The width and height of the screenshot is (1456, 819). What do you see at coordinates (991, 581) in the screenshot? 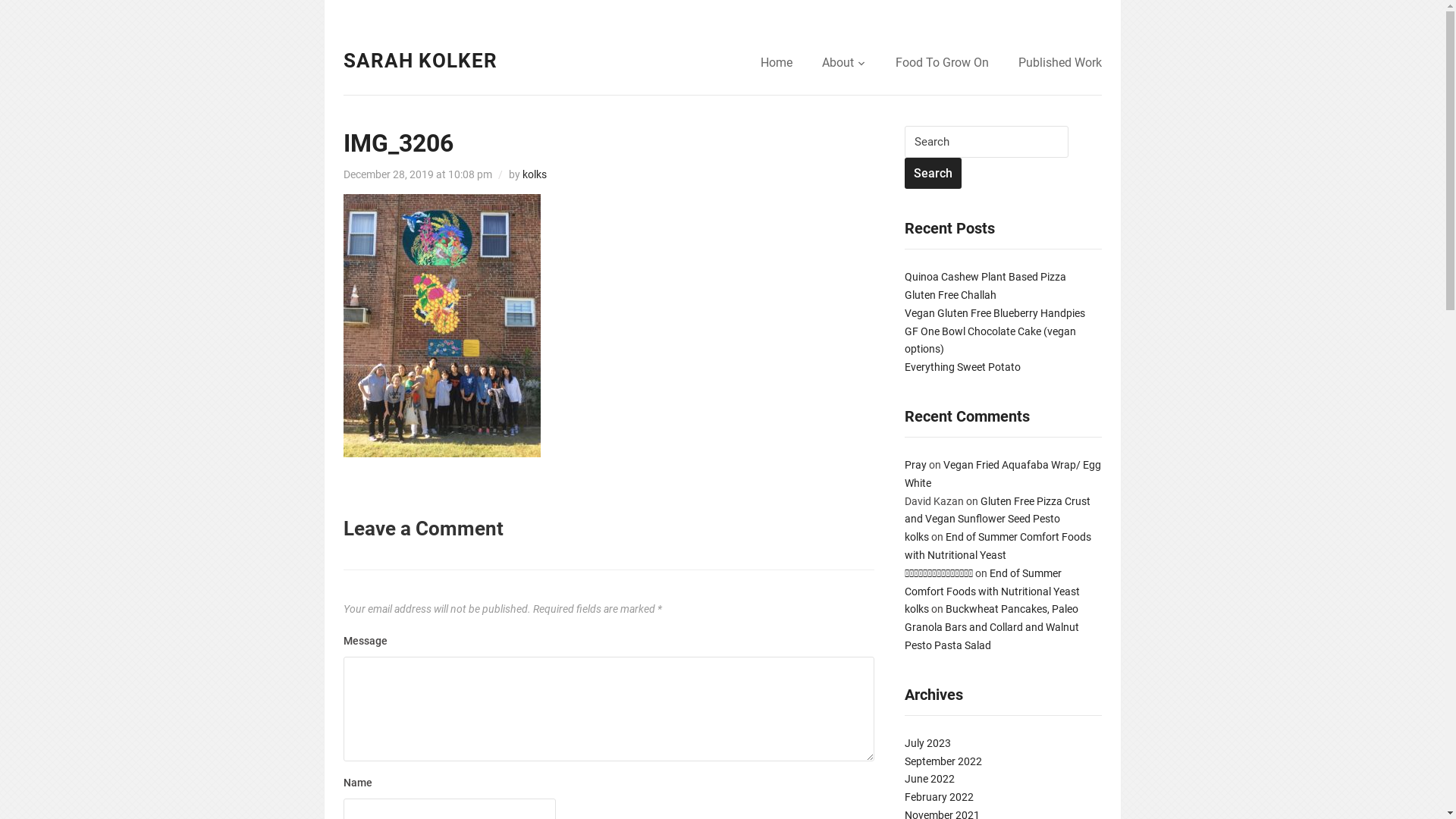
I see `'End of Summer Comfort Foods with Nutritional Yeast'` at bounding box center [991, 581].